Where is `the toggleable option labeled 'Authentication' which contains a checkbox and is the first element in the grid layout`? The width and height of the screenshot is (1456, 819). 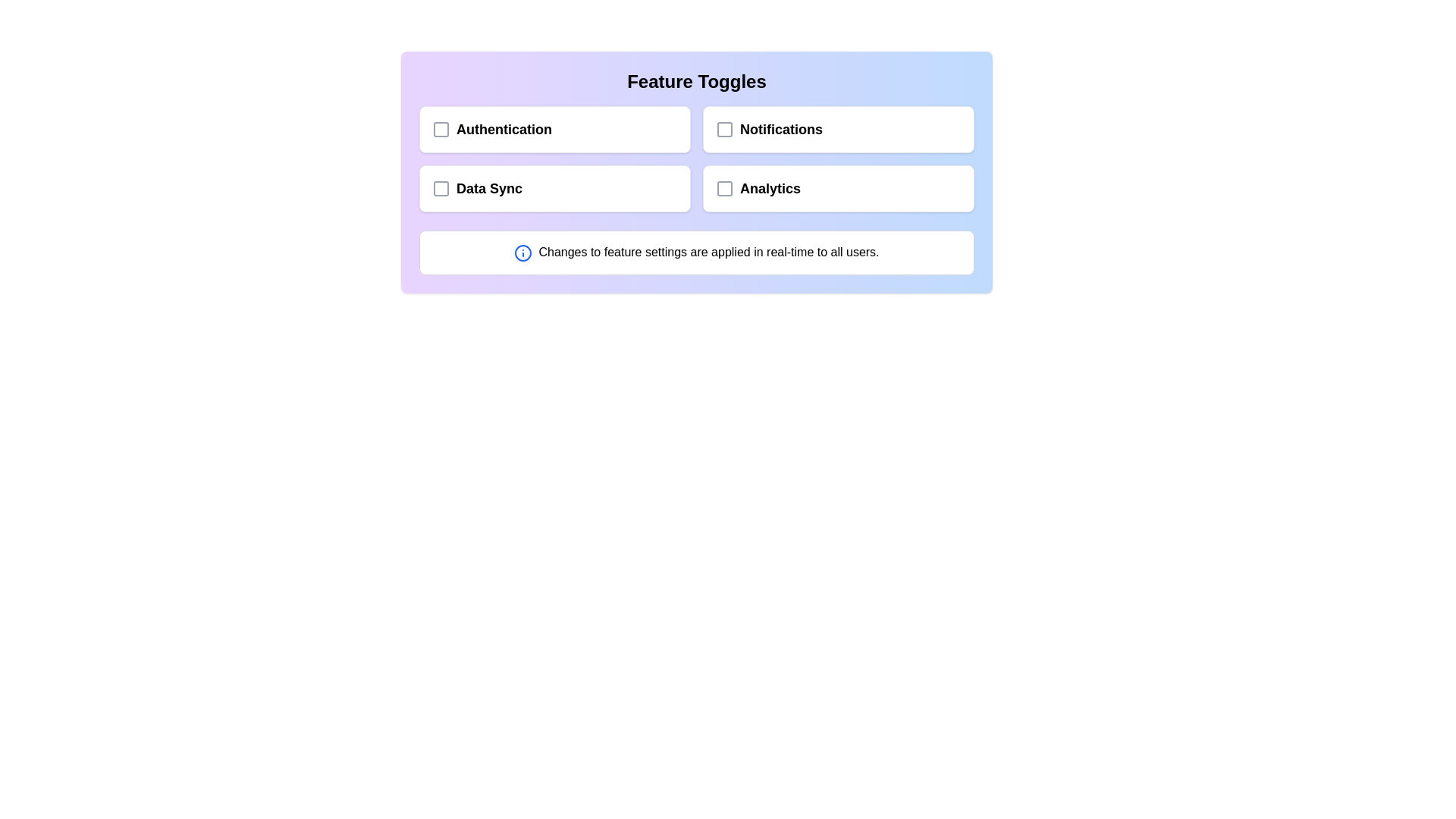
the toggleable option labeled 'Authentication' which contains a checkbox and is the first element in the grid layout is located at coordinates (554, 128).